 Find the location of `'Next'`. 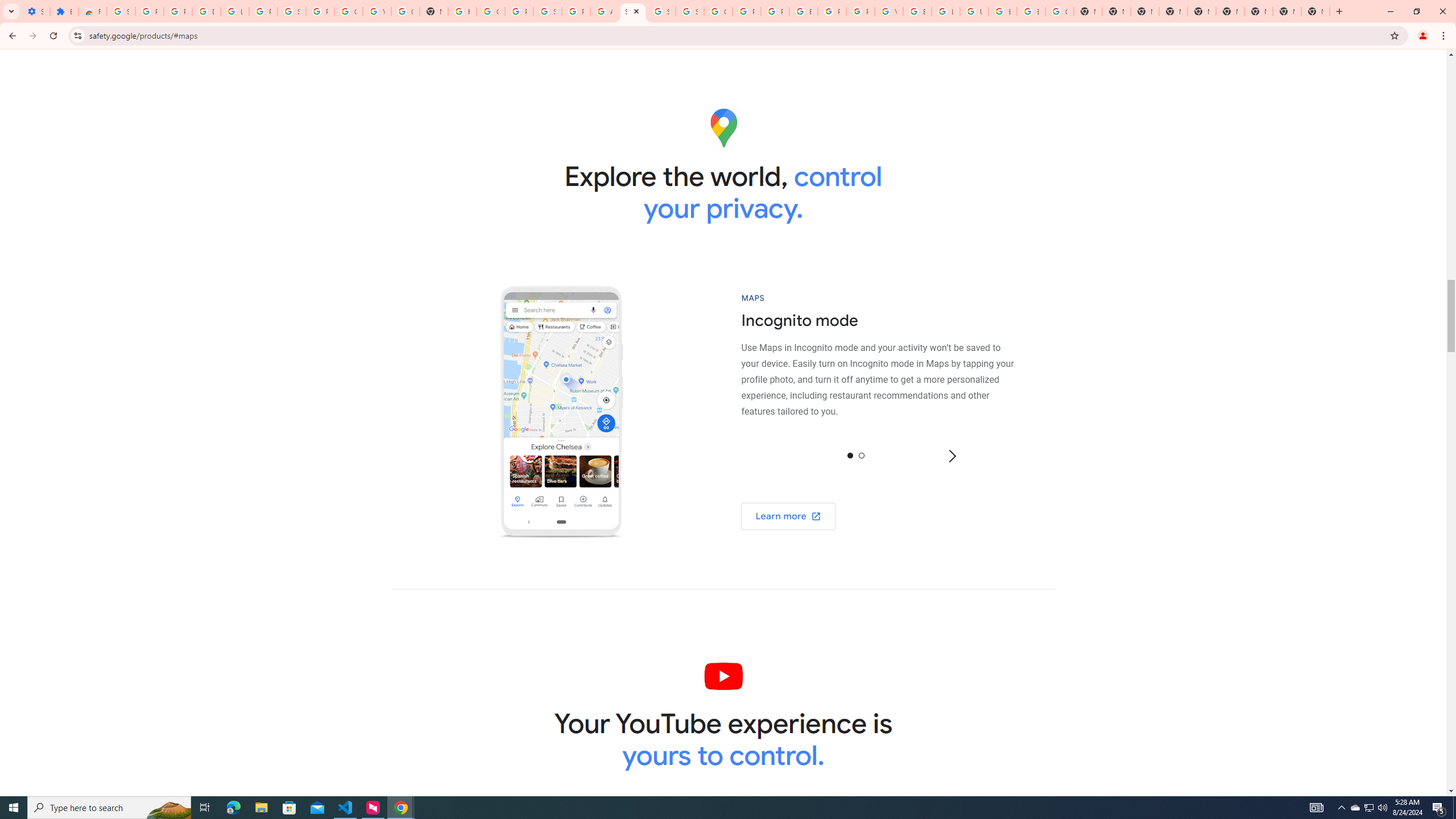

'Next' is located at coordinates (950, 455).